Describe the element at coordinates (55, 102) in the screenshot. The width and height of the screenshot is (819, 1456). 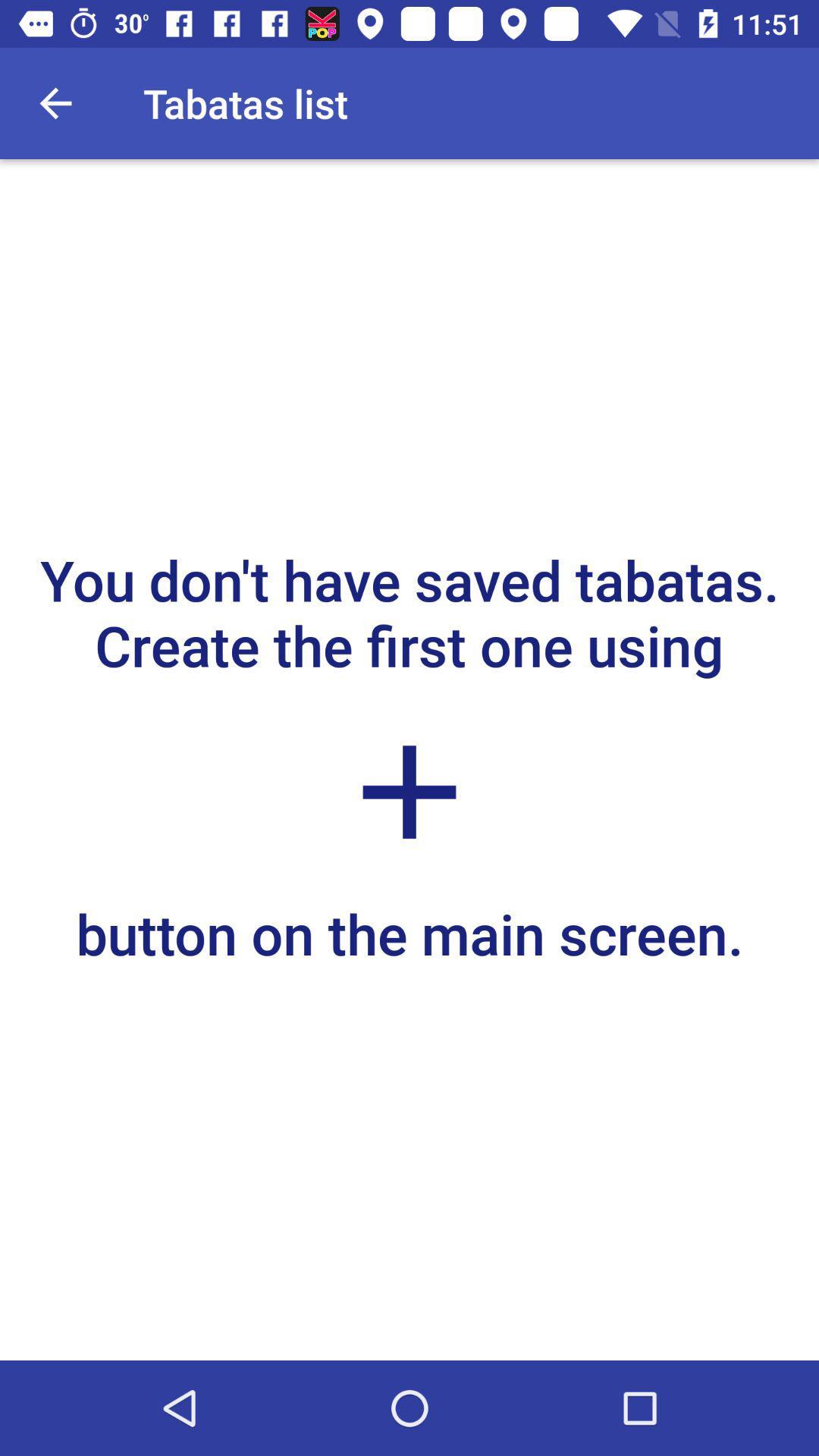
I see `item next to tabatas list item` at that location.